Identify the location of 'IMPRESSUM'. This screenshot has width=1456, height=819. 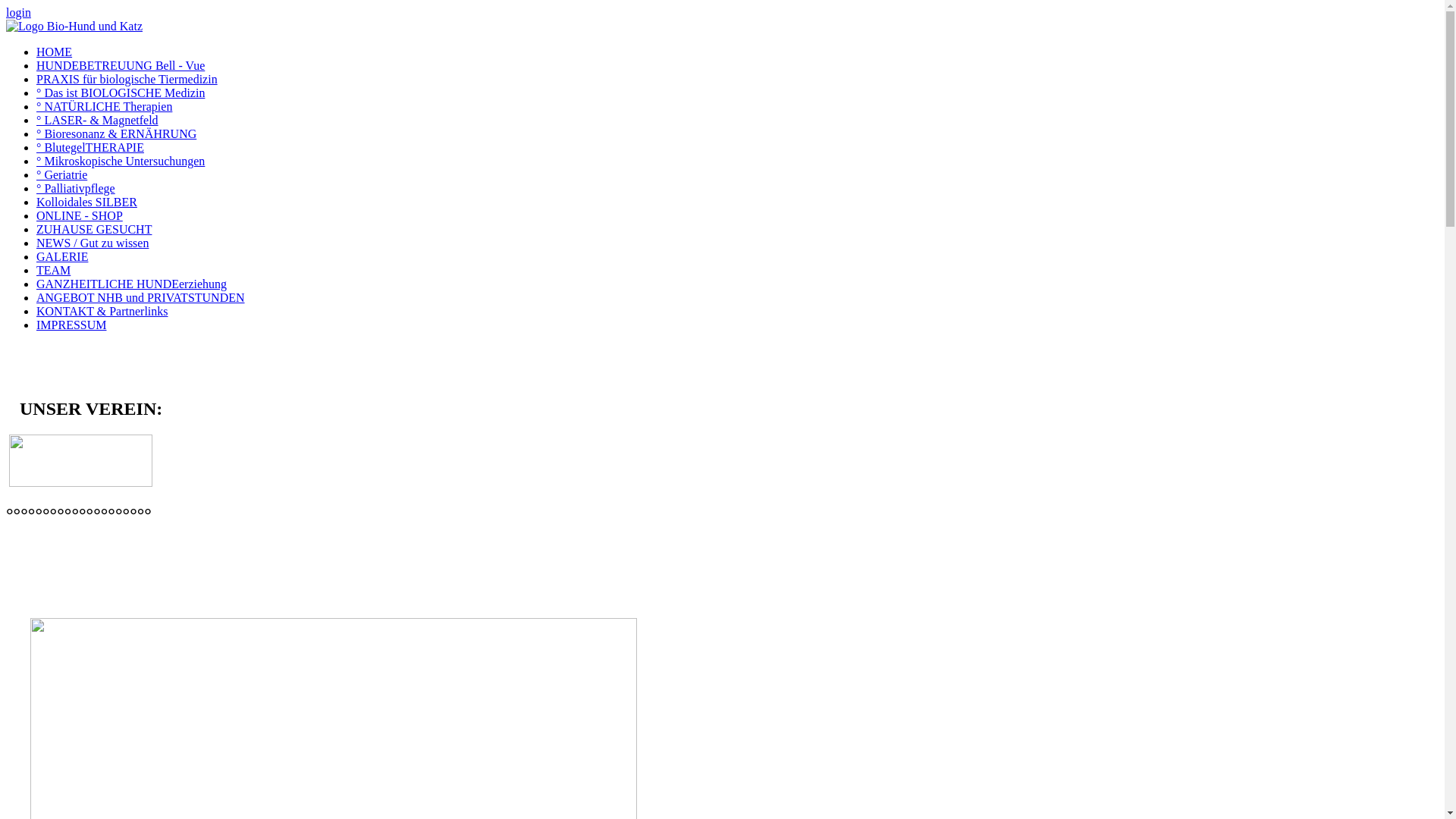
(36, 324).